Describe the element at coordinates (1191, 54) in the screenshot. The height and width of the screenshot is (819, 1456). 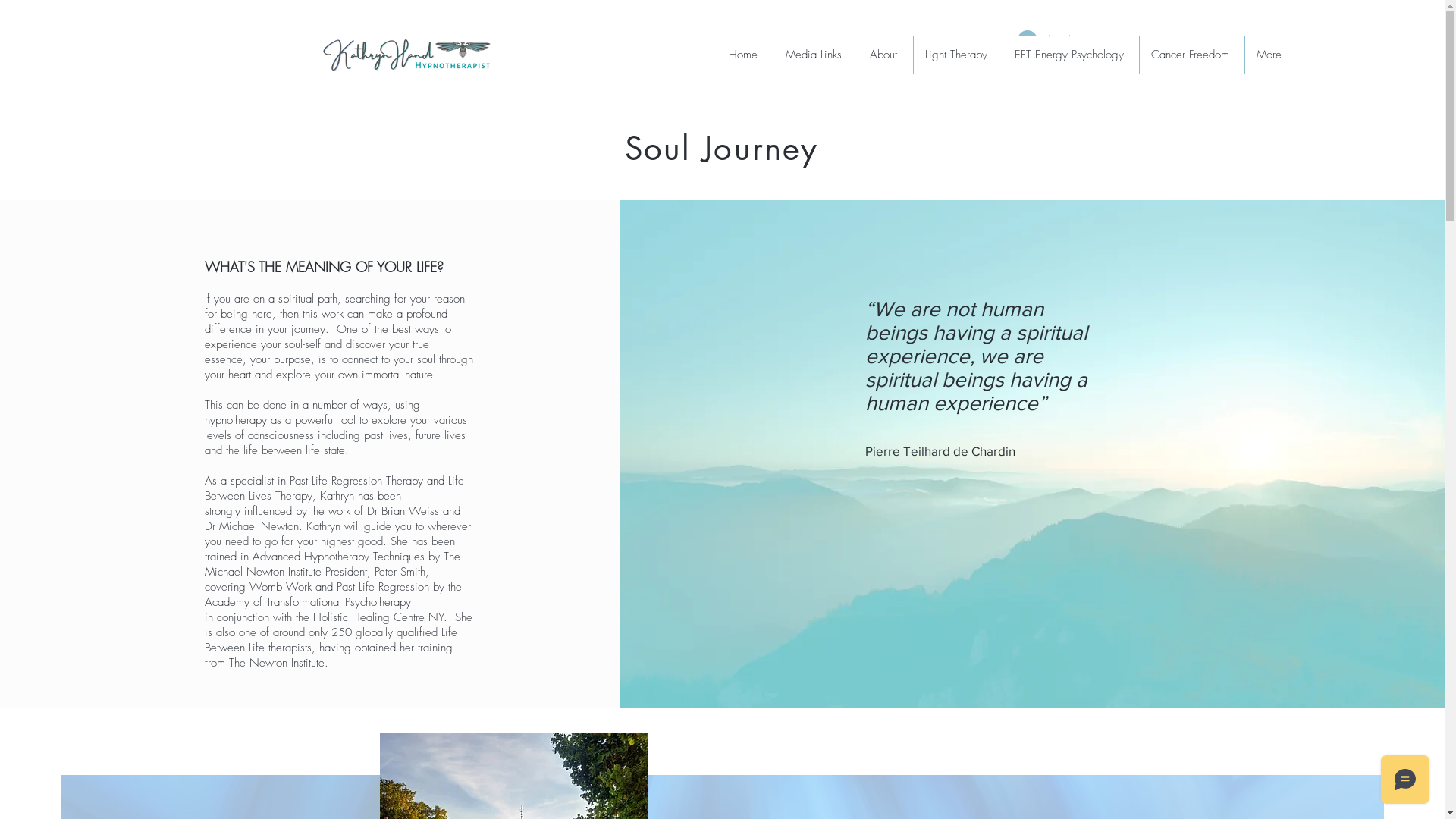
I see `'Cancer Freedom'` at that location.